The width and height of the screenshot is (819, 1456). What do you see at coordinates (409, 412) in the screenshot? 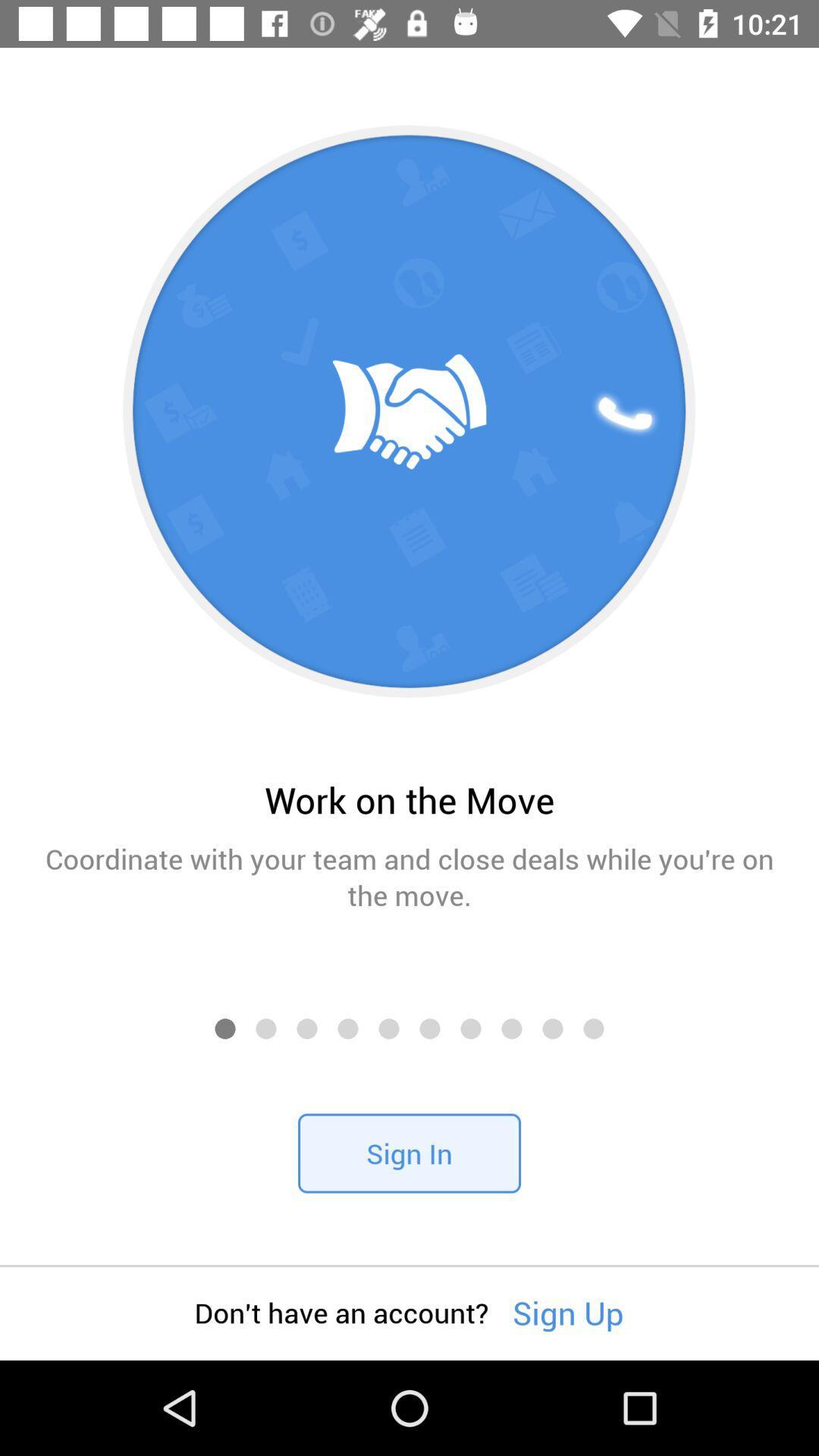
I see `the first image on the web page` at bounding box center [409, 412].